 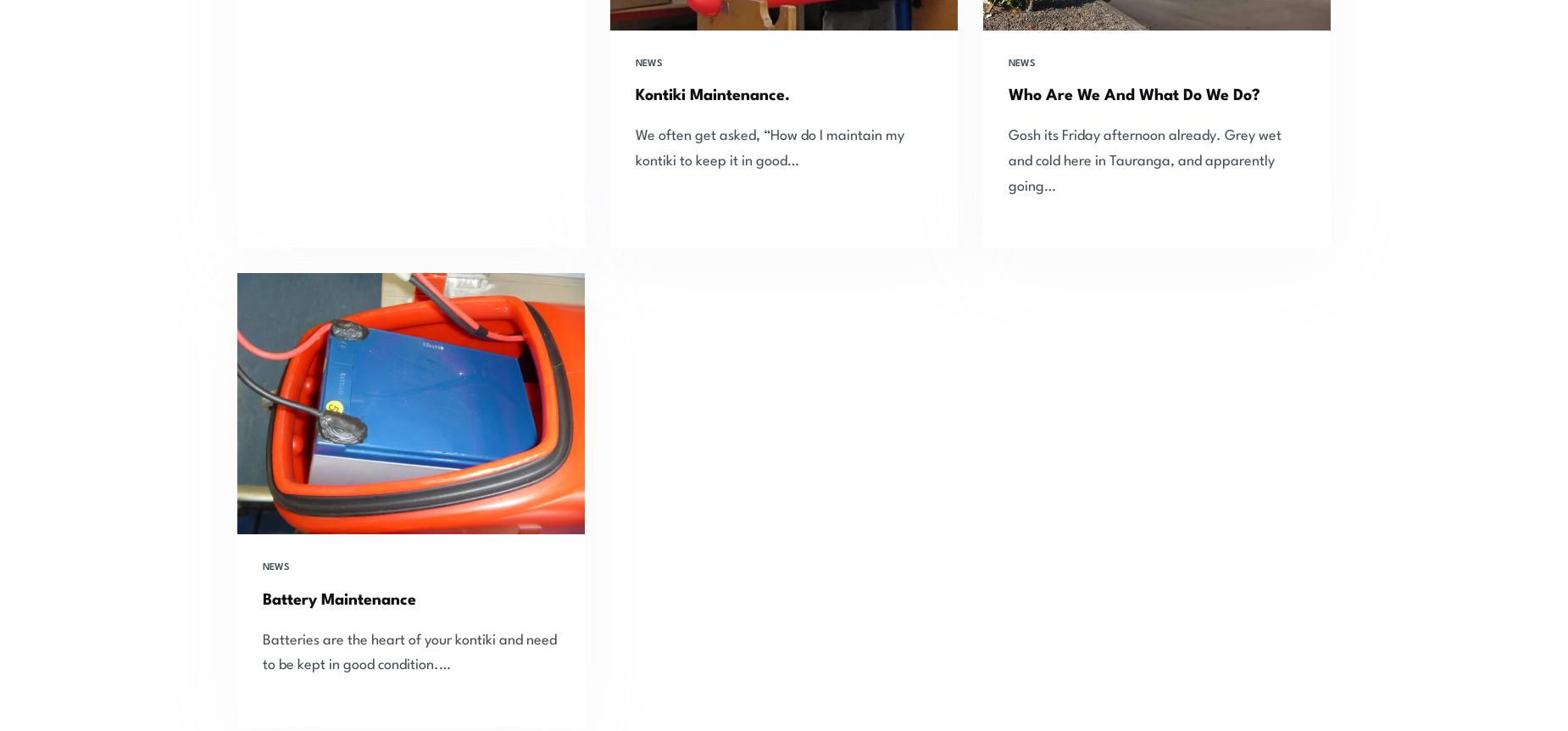 What do you see at coordinates (710, 582) in the screenshot?
I see `'Trace & Tackle'` at bounding box center [710, 582].